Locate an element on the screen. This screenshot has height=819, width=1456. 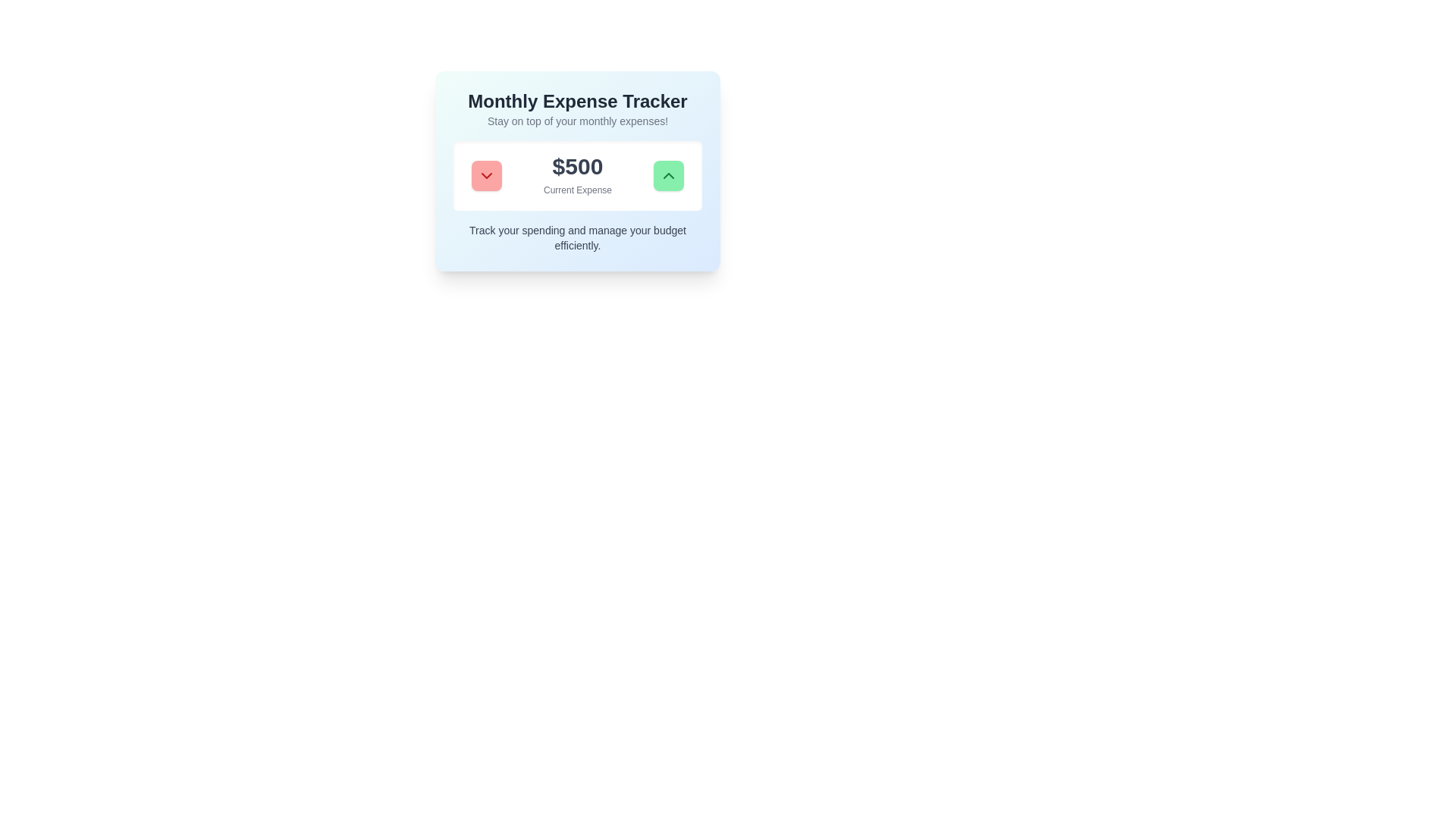
the 'Current Expense' text label which is displayed in a small gray font below the '$500' text element, centrally aligned in the interface is located at coordinates (577, 189).